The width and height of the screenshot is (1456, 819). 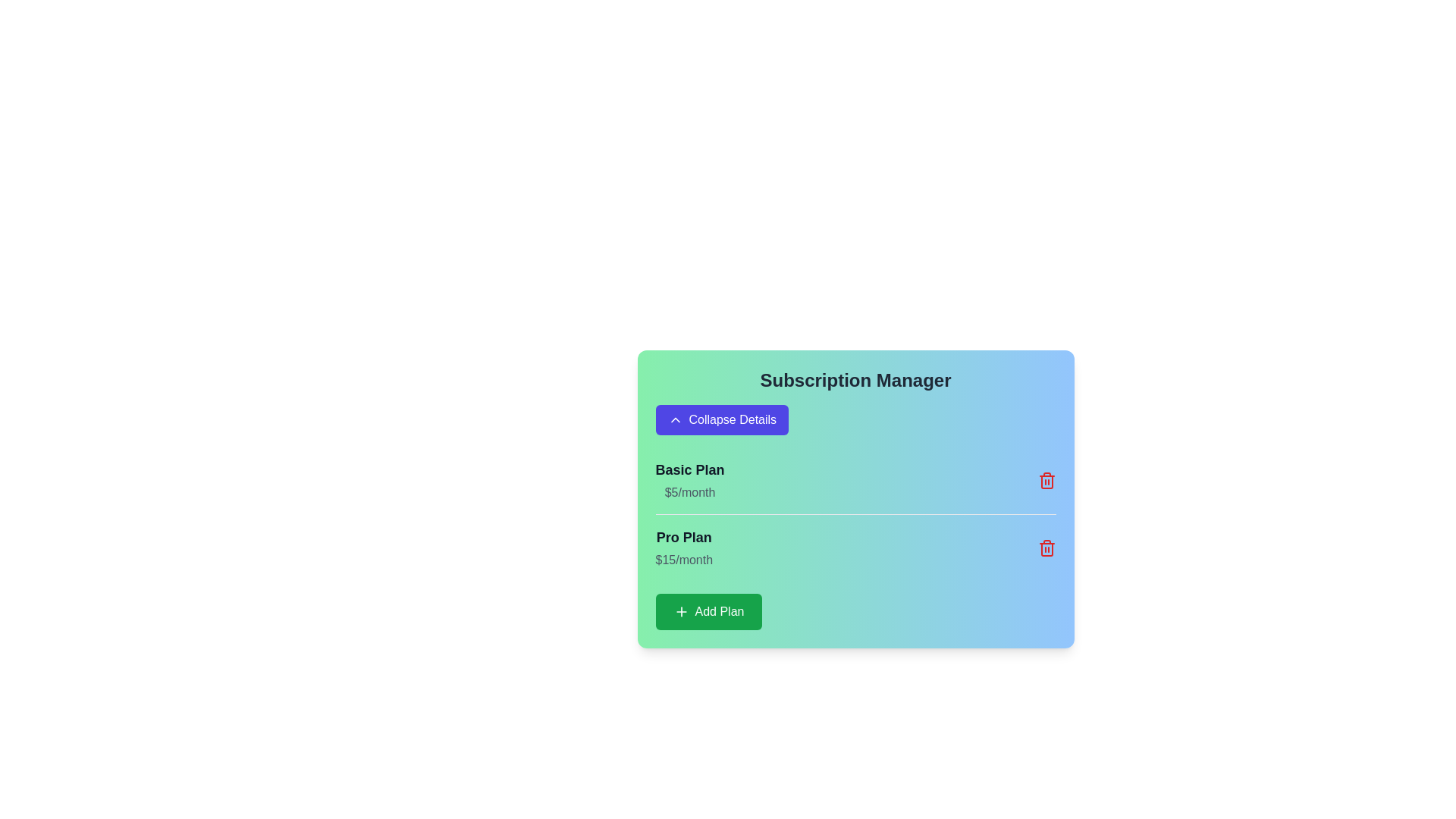 What do you see at coordinates (1046, 480) in the screenshot?
I see `the interactive trash icon button located to the right of the 'Basic Plan' text in the 'Subscription Manager'` at bounding box center [1046, 480].